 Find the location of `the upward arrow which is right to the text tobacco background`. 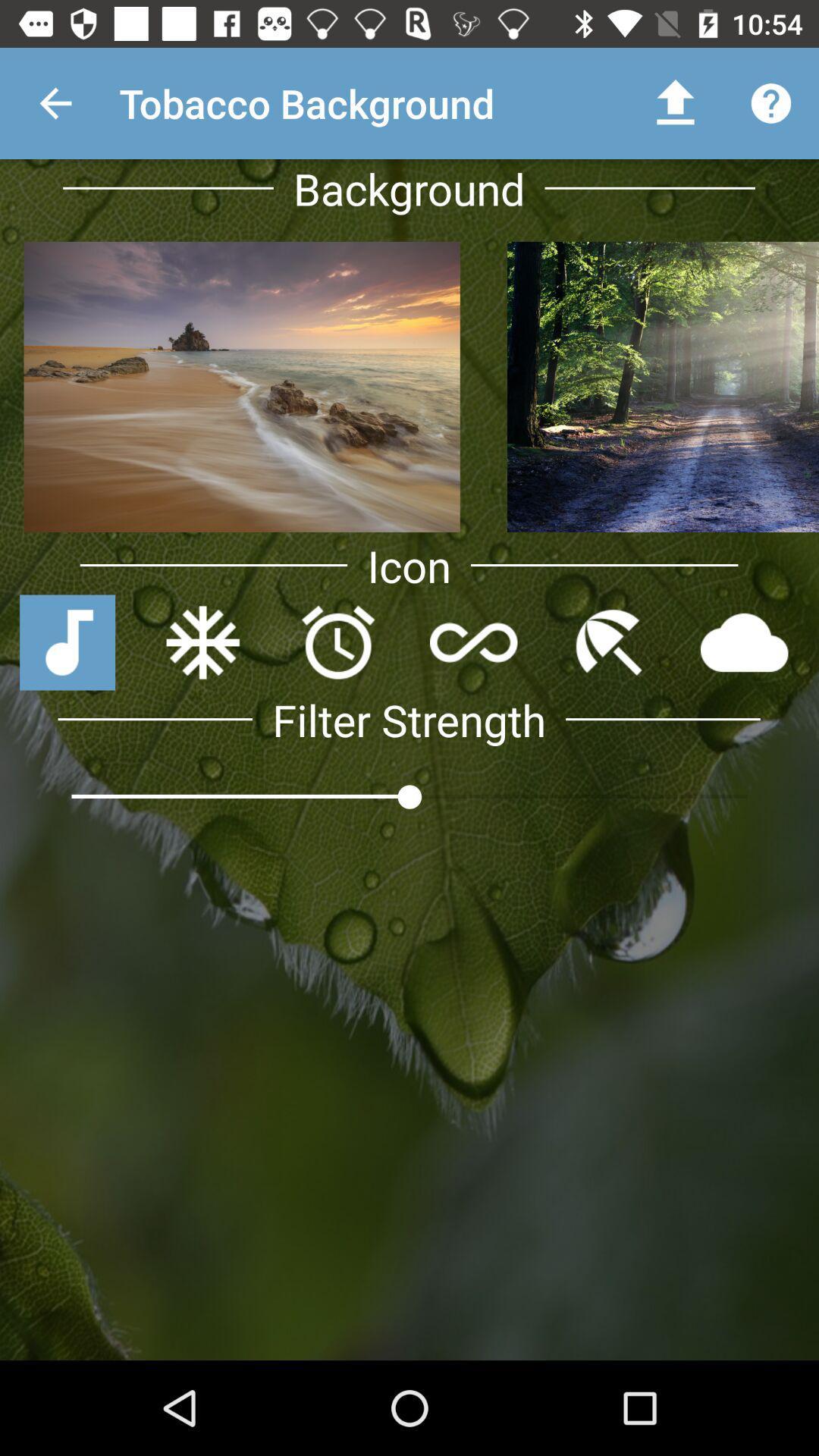

the upward arrow which is right to the text tobacco background is located at coordinates (675, 103).